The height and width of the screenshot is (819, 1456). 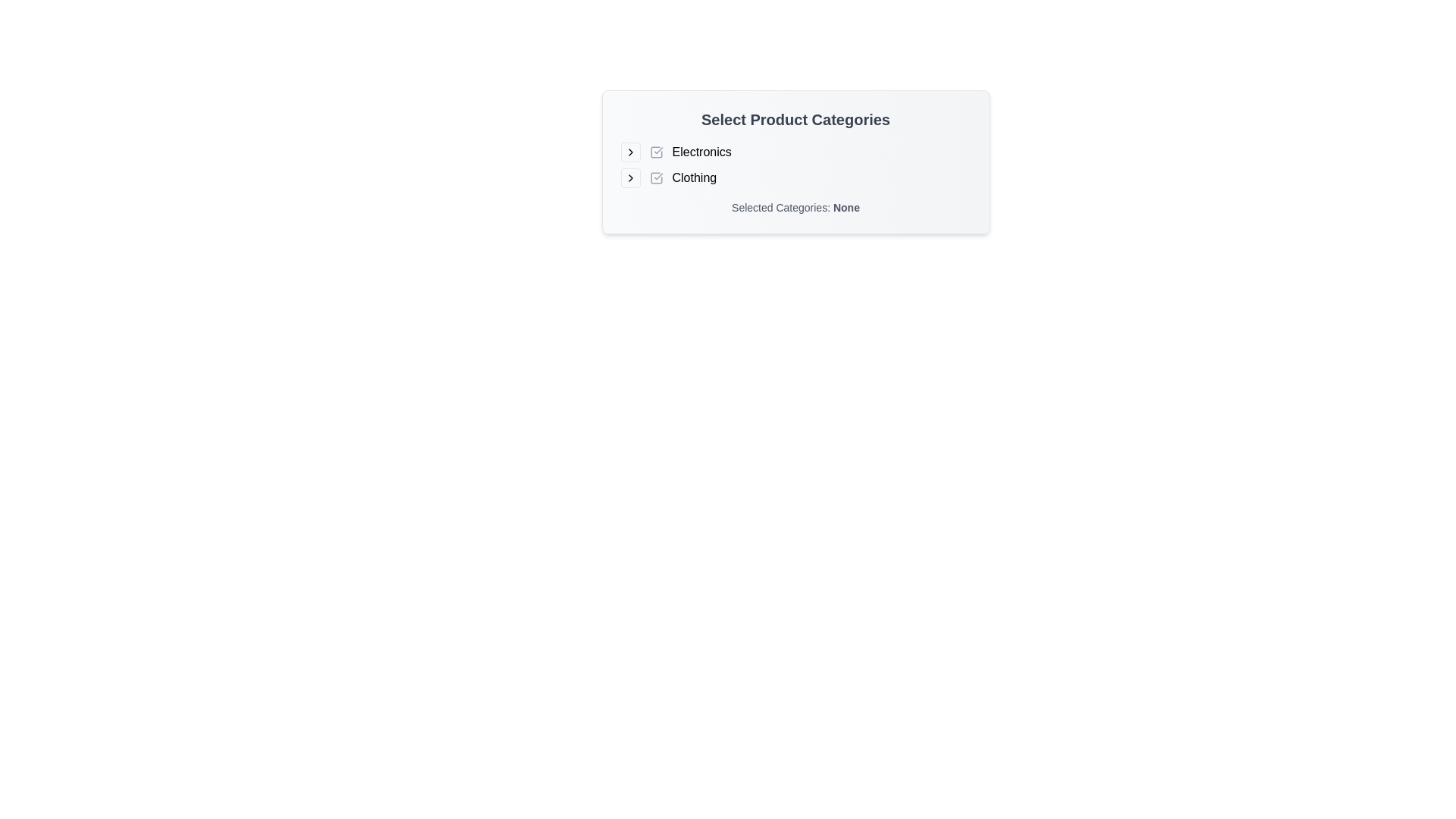 What do you see at coordinates (656, 177) in the screenshot?
I see `the checkbox next to the label 'Clothing'` at bounding box center [656, 177].